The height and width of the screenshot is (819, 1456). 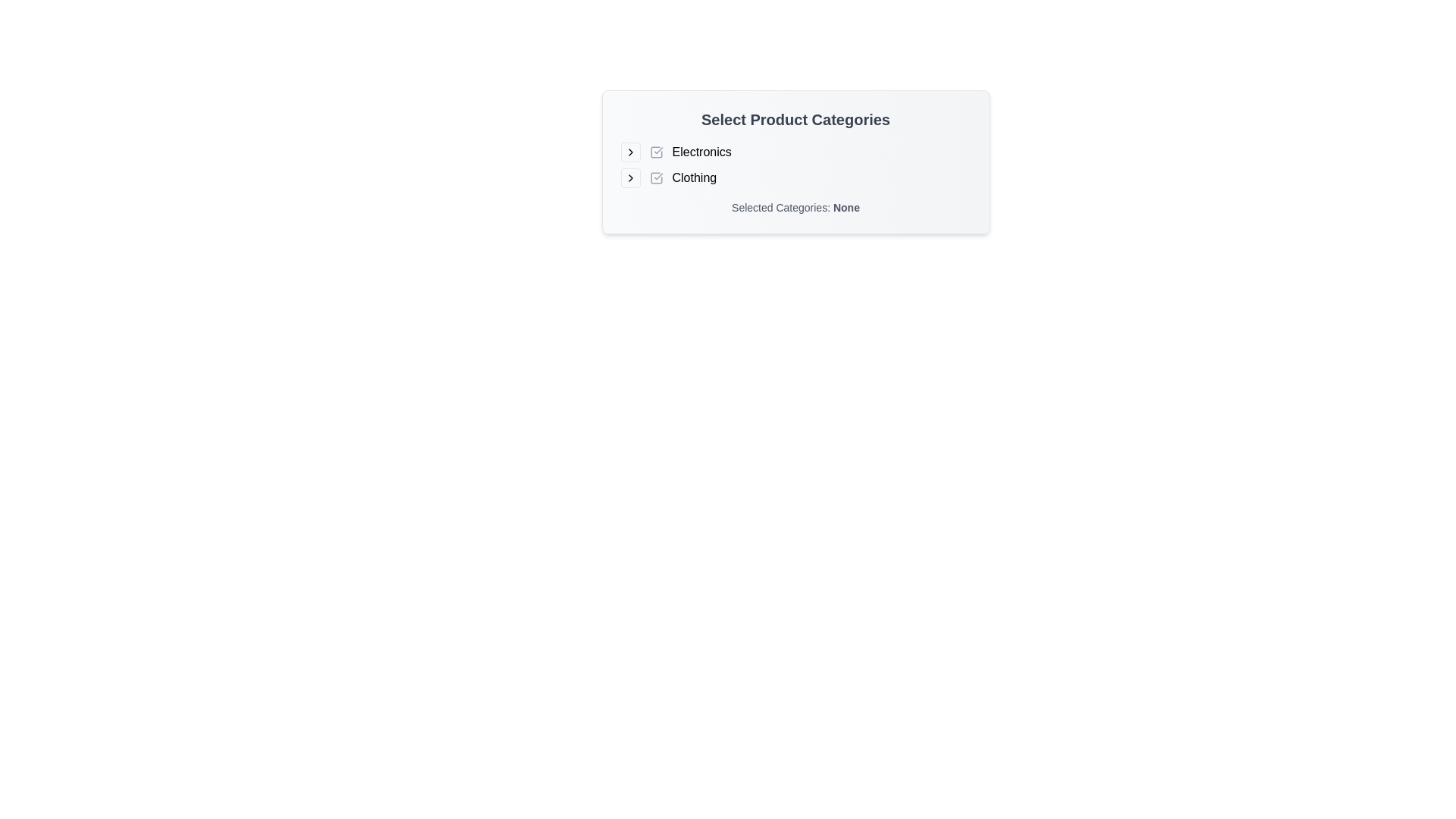 What do you see at coordinates (656, 177) in the screenshot?
I see `the checkbox next to the label 'Clothing'` at bounding box center [656, 177].